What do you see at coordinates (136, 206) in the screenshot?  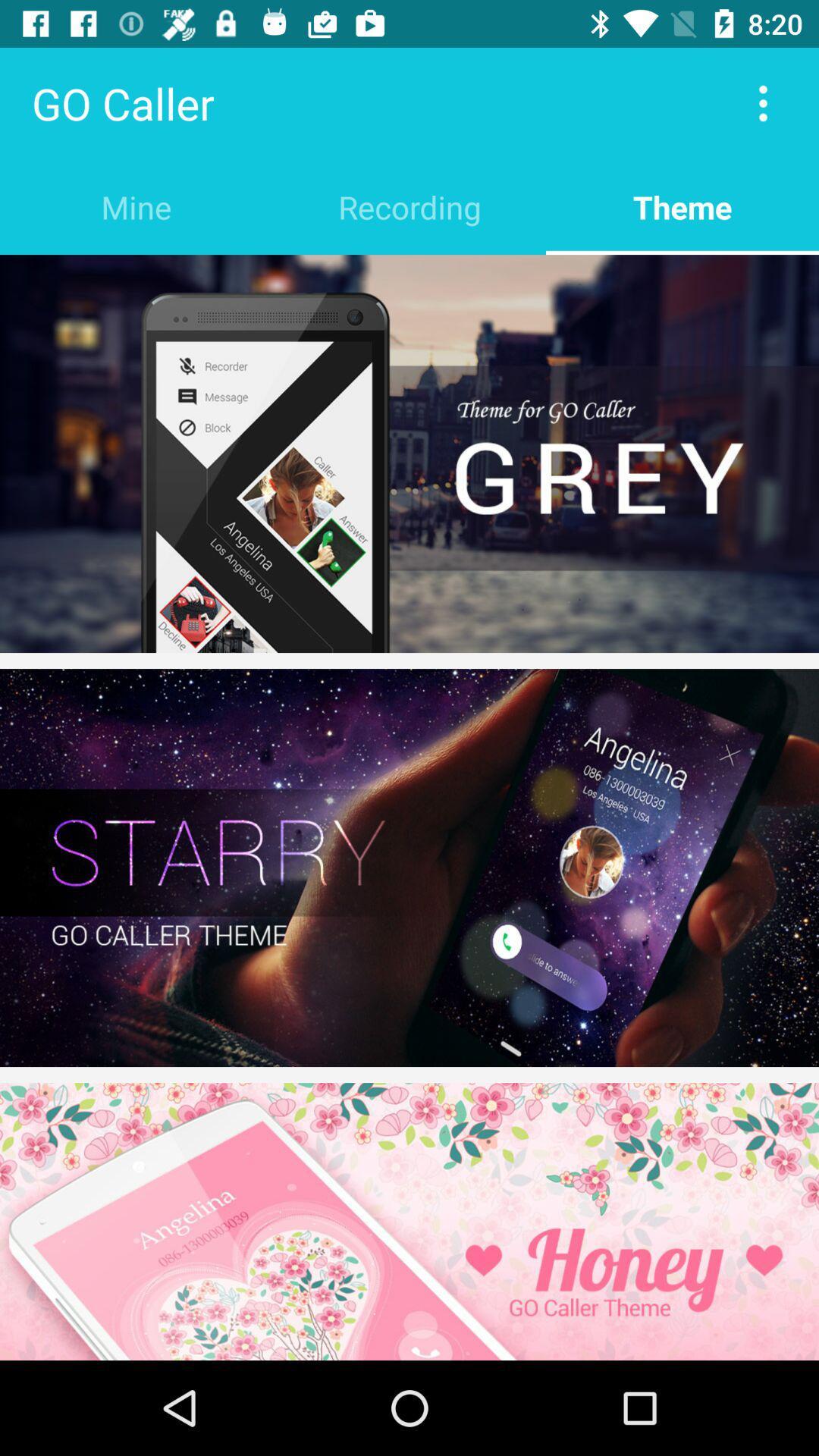 I see `the item to the left of recording item` at bounding box center [136, 206].